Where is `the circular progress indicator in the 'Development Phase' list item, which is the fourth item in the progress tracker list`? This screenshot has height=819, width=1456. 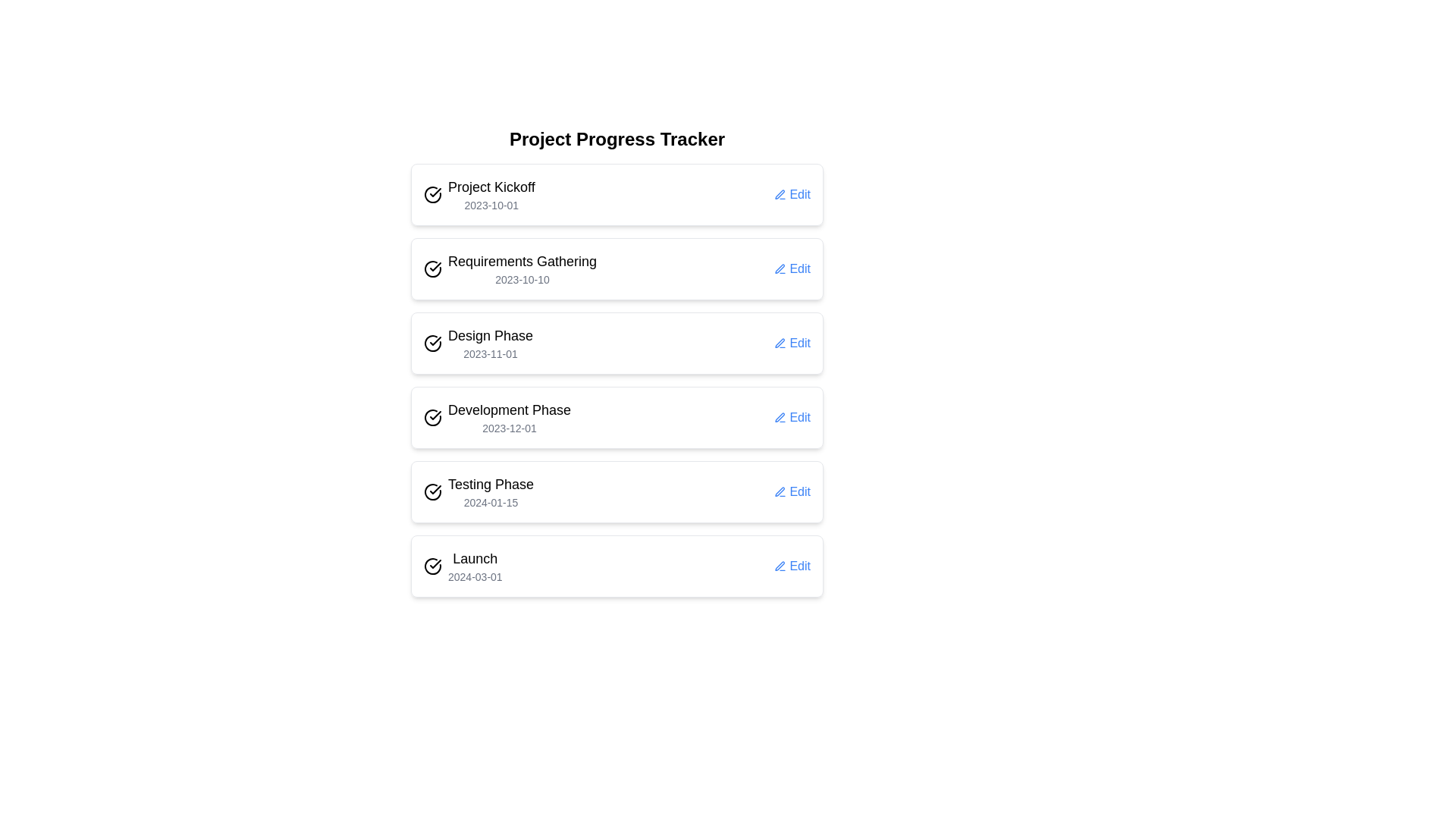
the circular progress indicator in the 'Development Phase' list item, which is the fourth item in the progress tracker list is located at coordinates (432, 418).